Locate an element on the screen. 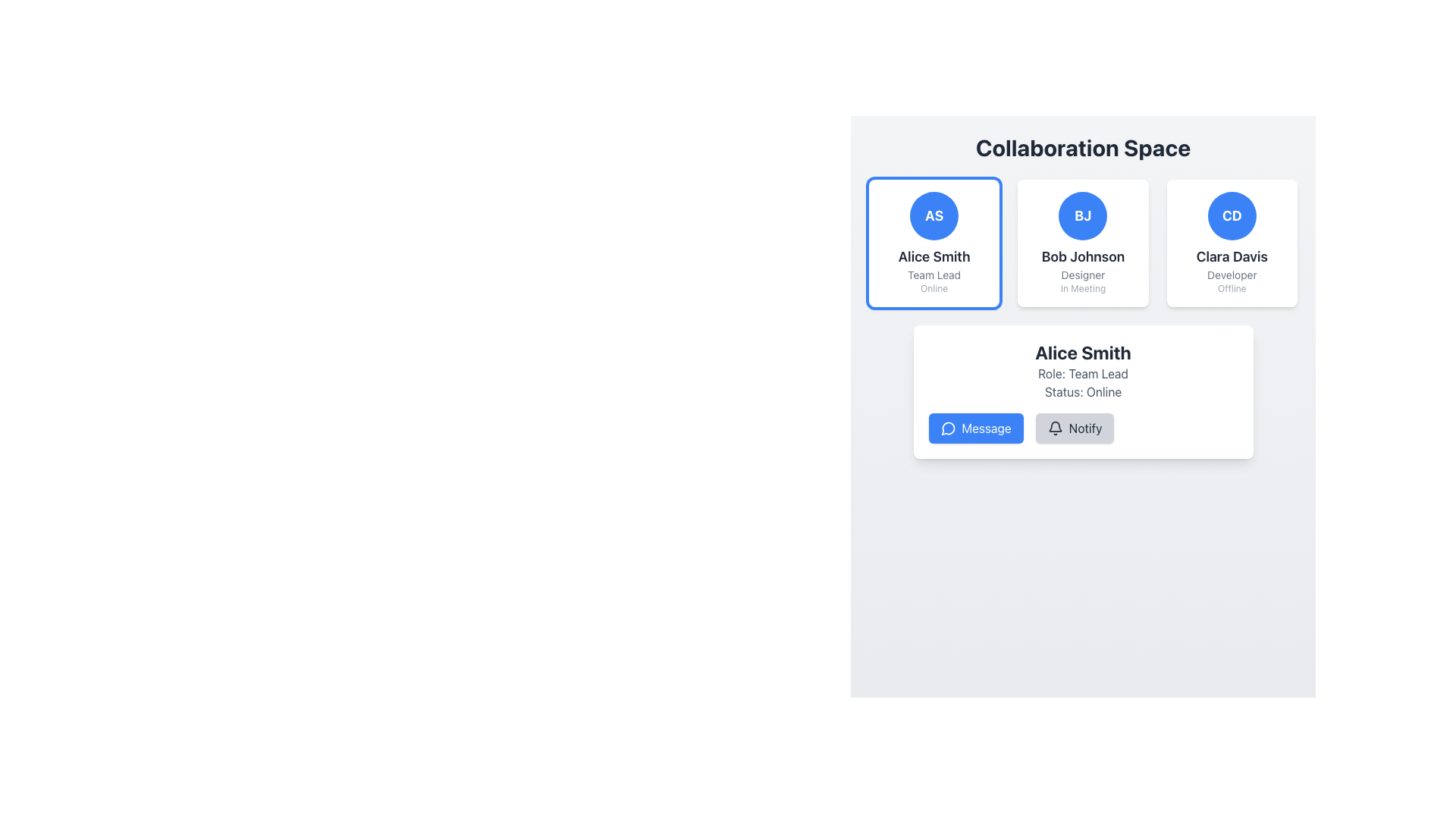 The height and width of the screenshot is (819, 1456). the messaging icon located to the left of the Message button's label text below the user details section is located at coordinates (947, 428).